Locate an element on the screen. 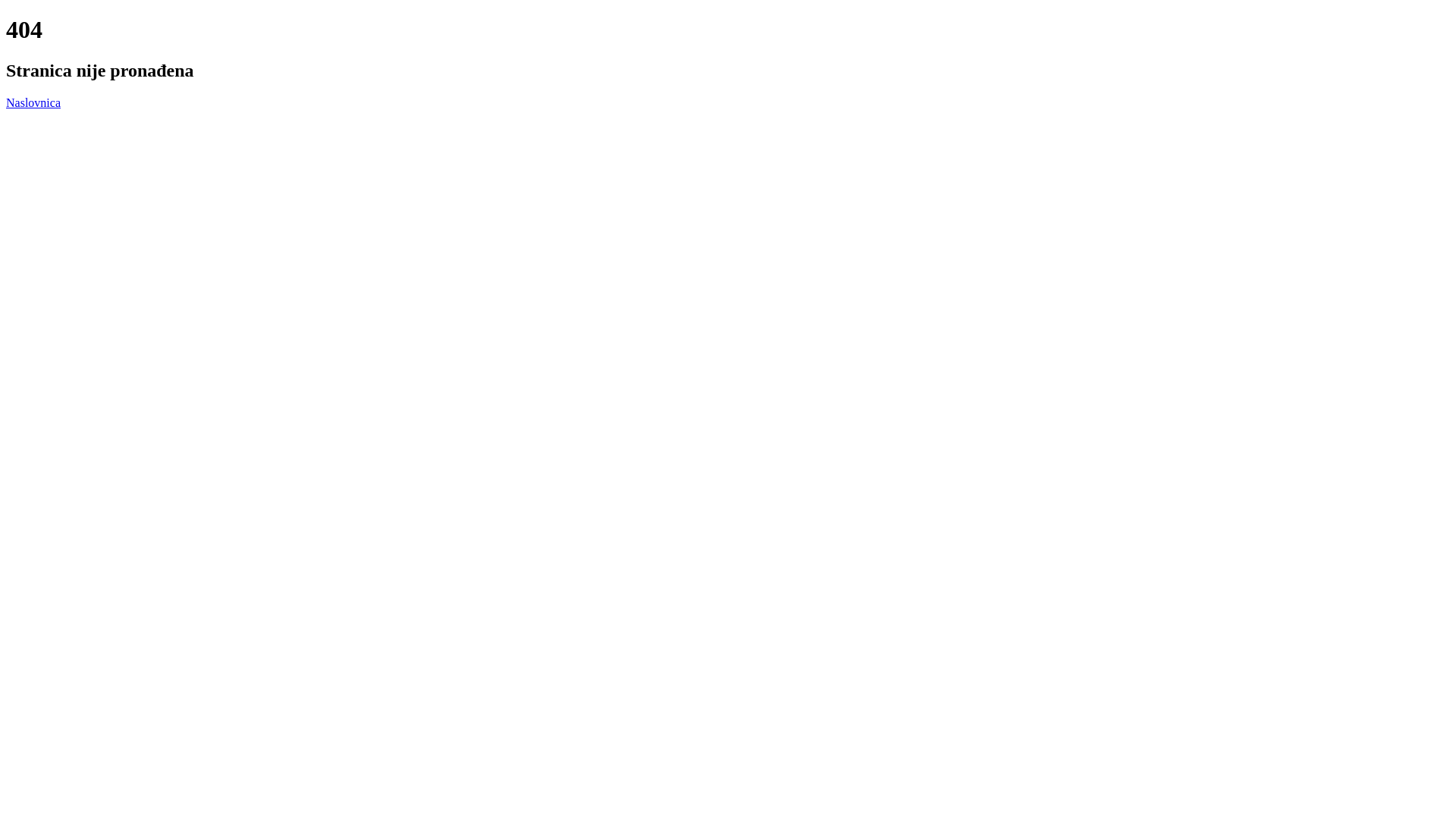  'Naslovnica' is located at coordinates (6, 102).